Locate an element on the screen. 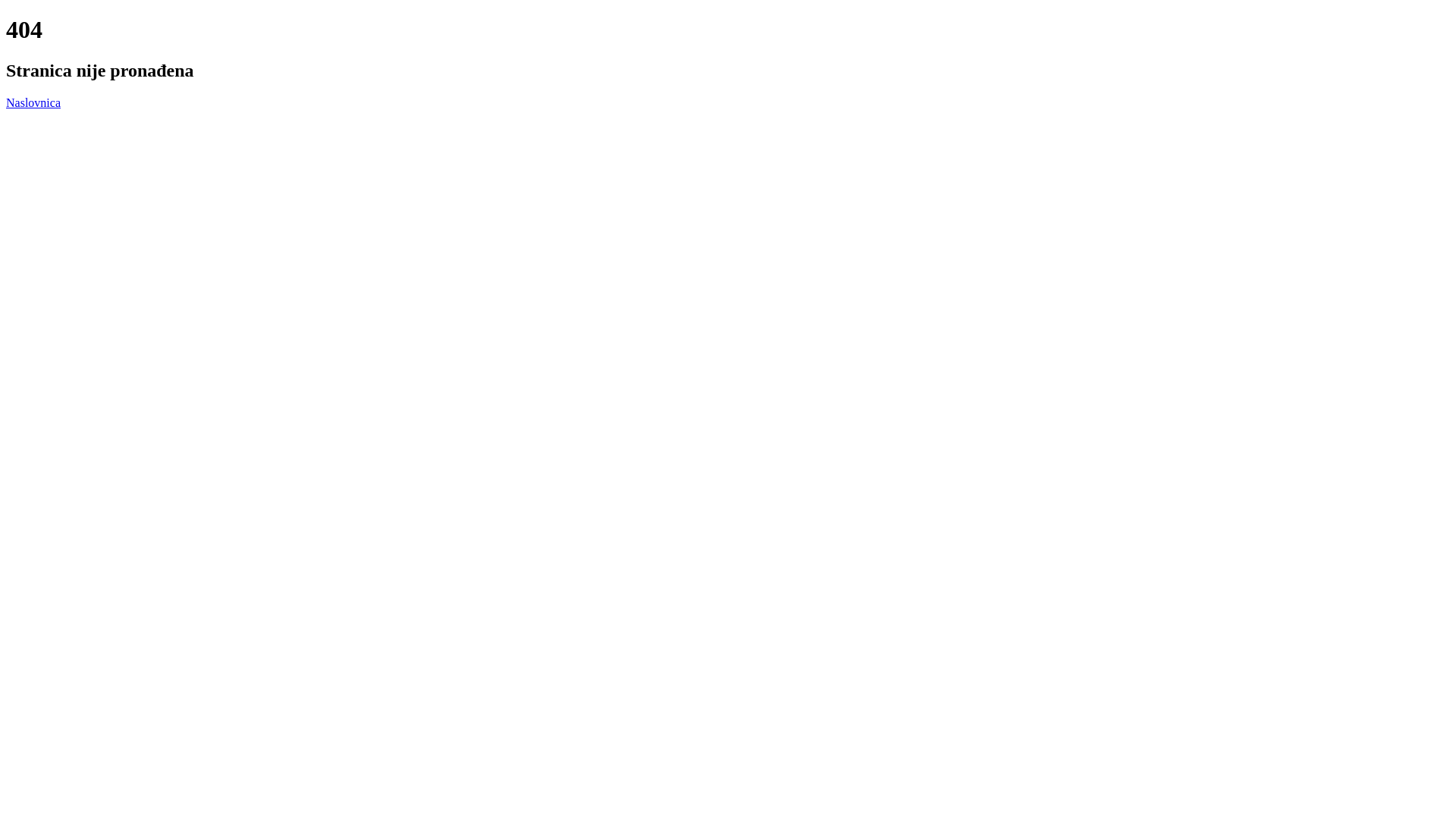  'Naslovnica' is located at coordinates (6, 102).